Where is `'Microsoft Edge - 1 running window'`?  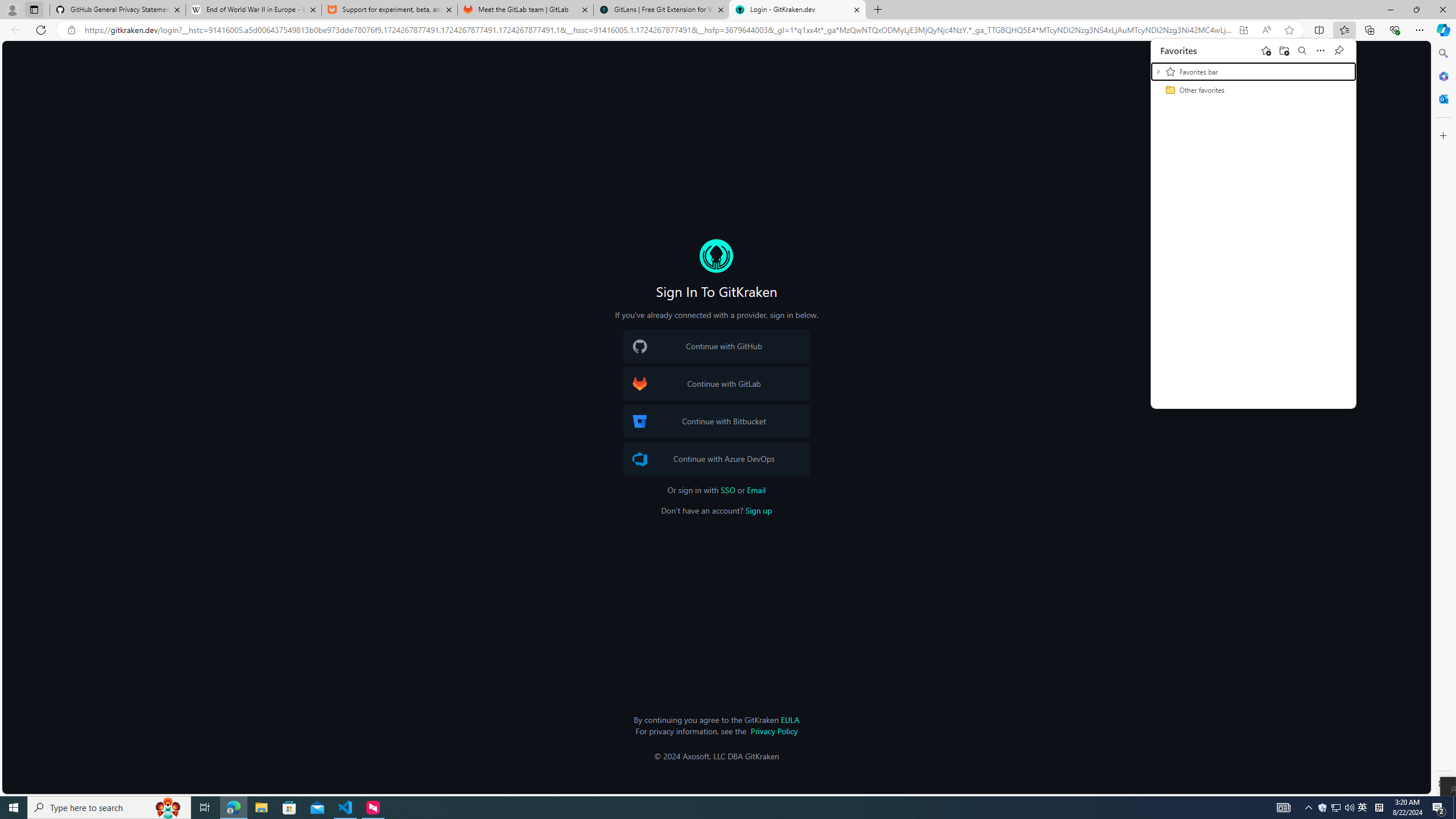 'Microsoft Edge - 1 running window' is located at coordinates (233, 806).